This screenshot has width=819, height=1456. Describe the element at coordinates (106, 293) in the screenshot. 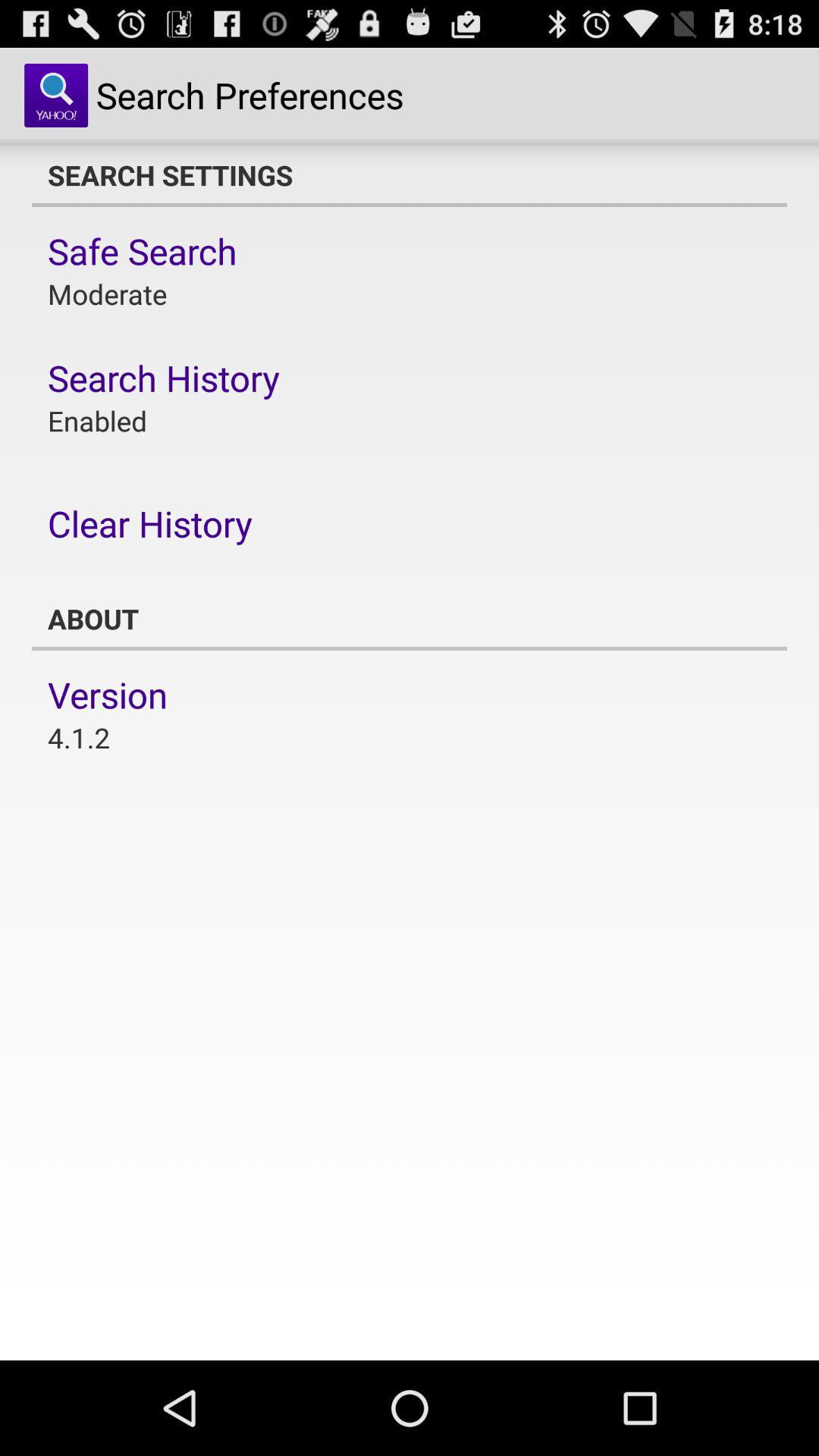

I see `the item below safe search icon` at that location.